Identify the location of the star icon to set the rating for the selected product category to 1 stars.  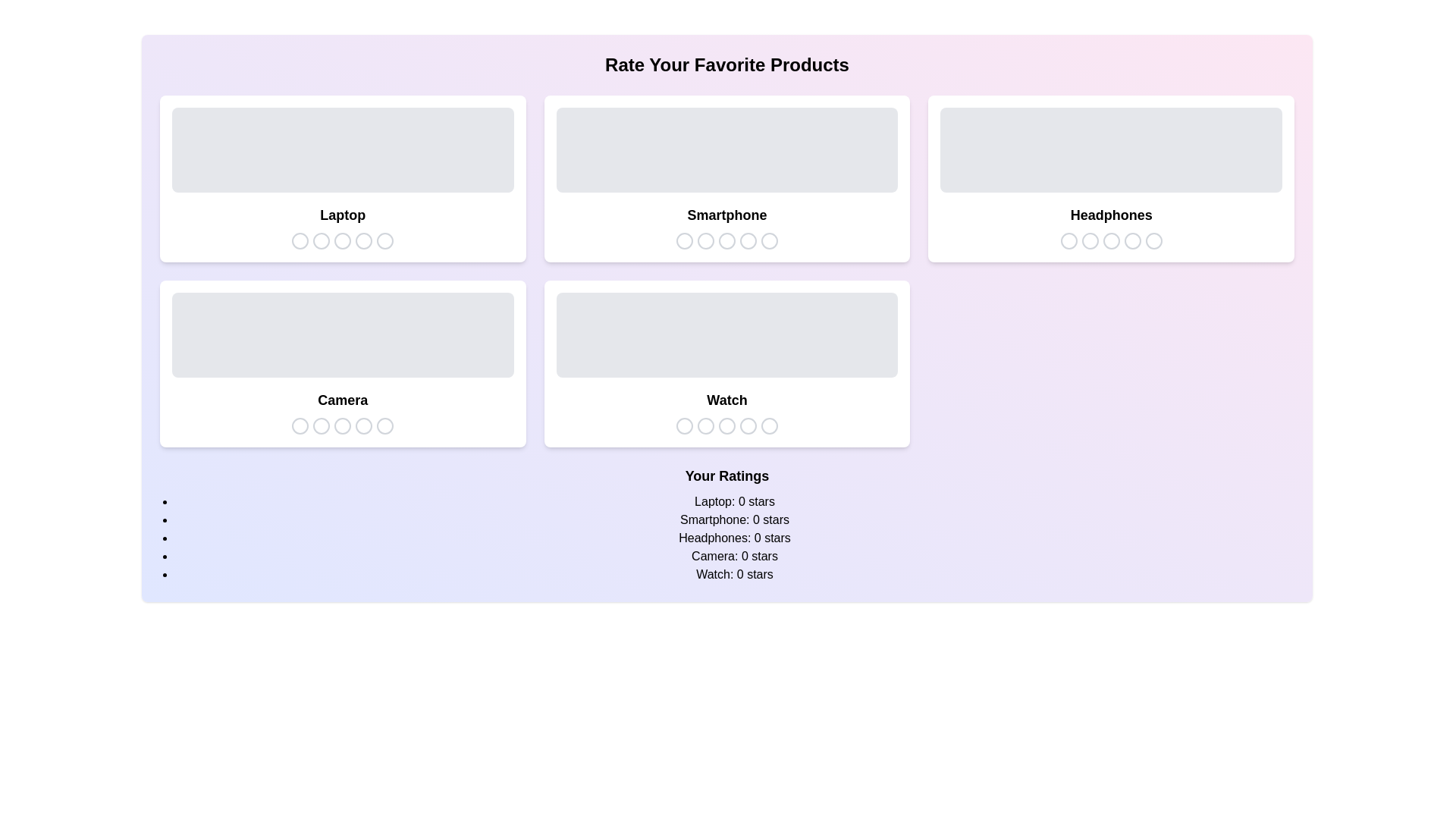
(300, 240).